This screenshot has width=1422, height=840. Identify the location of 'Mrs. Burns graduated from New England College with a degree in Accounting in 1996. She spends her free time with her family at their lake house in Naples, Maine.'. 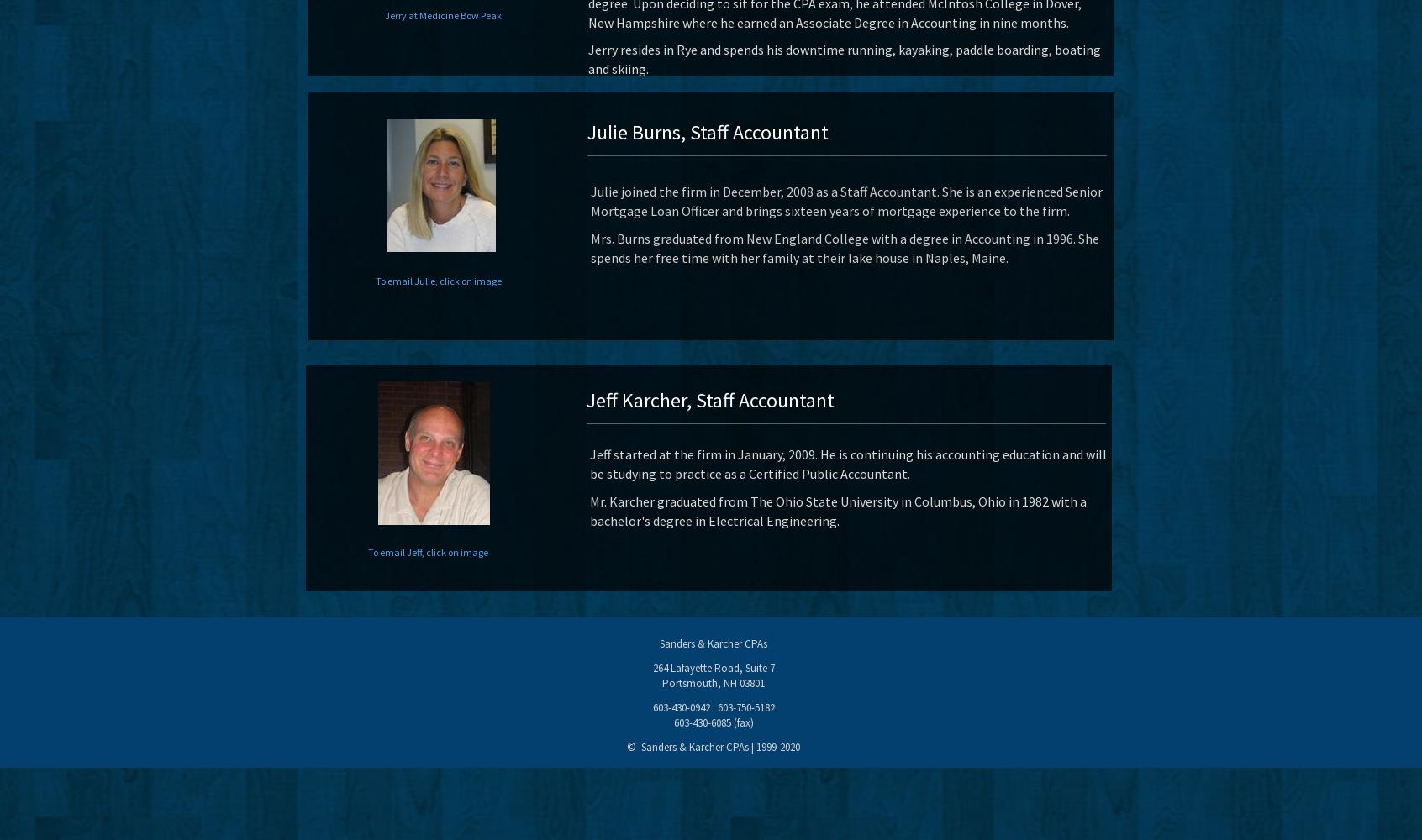
(844, 247).